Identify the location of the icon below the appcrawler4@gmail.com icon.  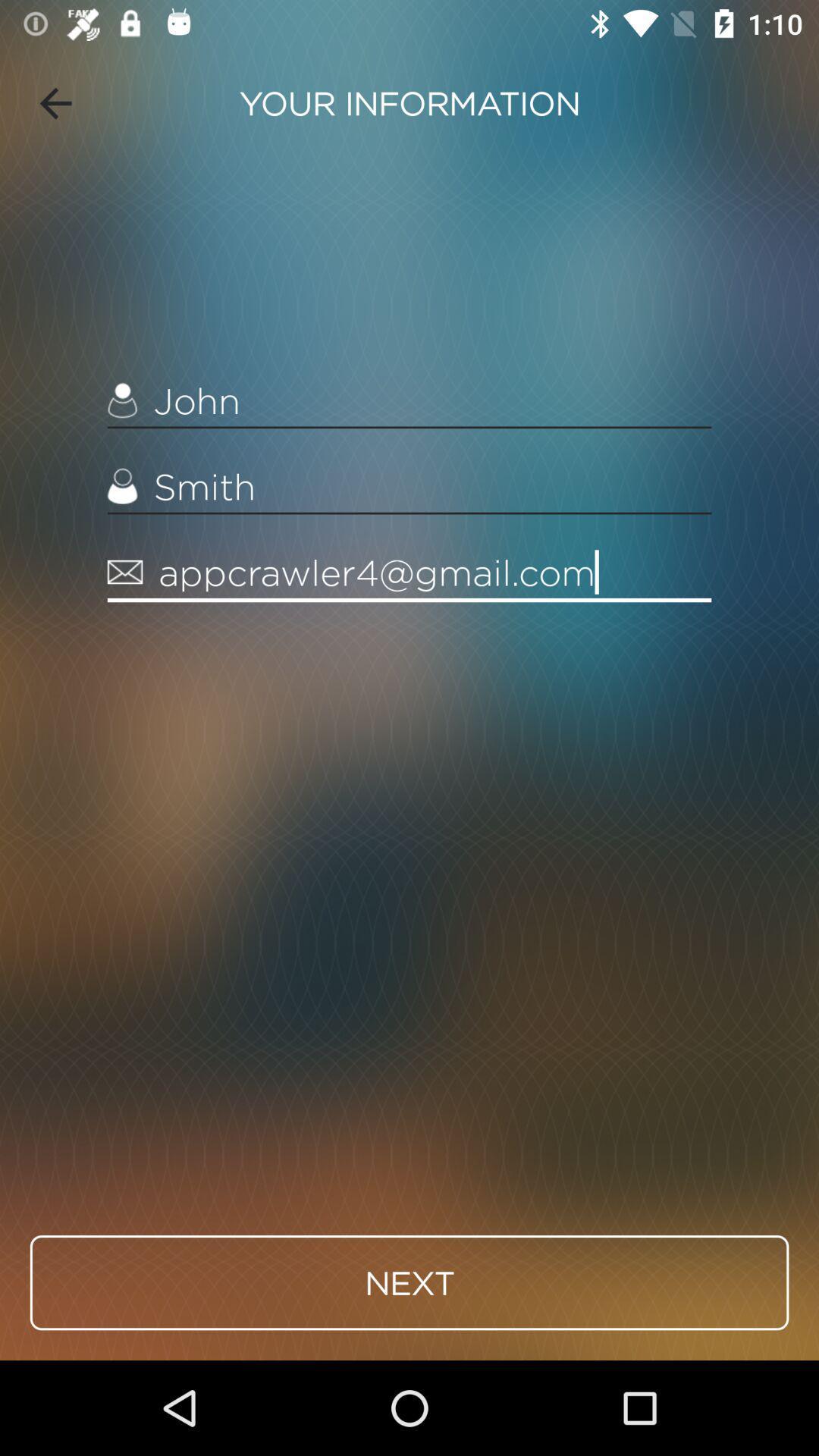
(409, 1282).